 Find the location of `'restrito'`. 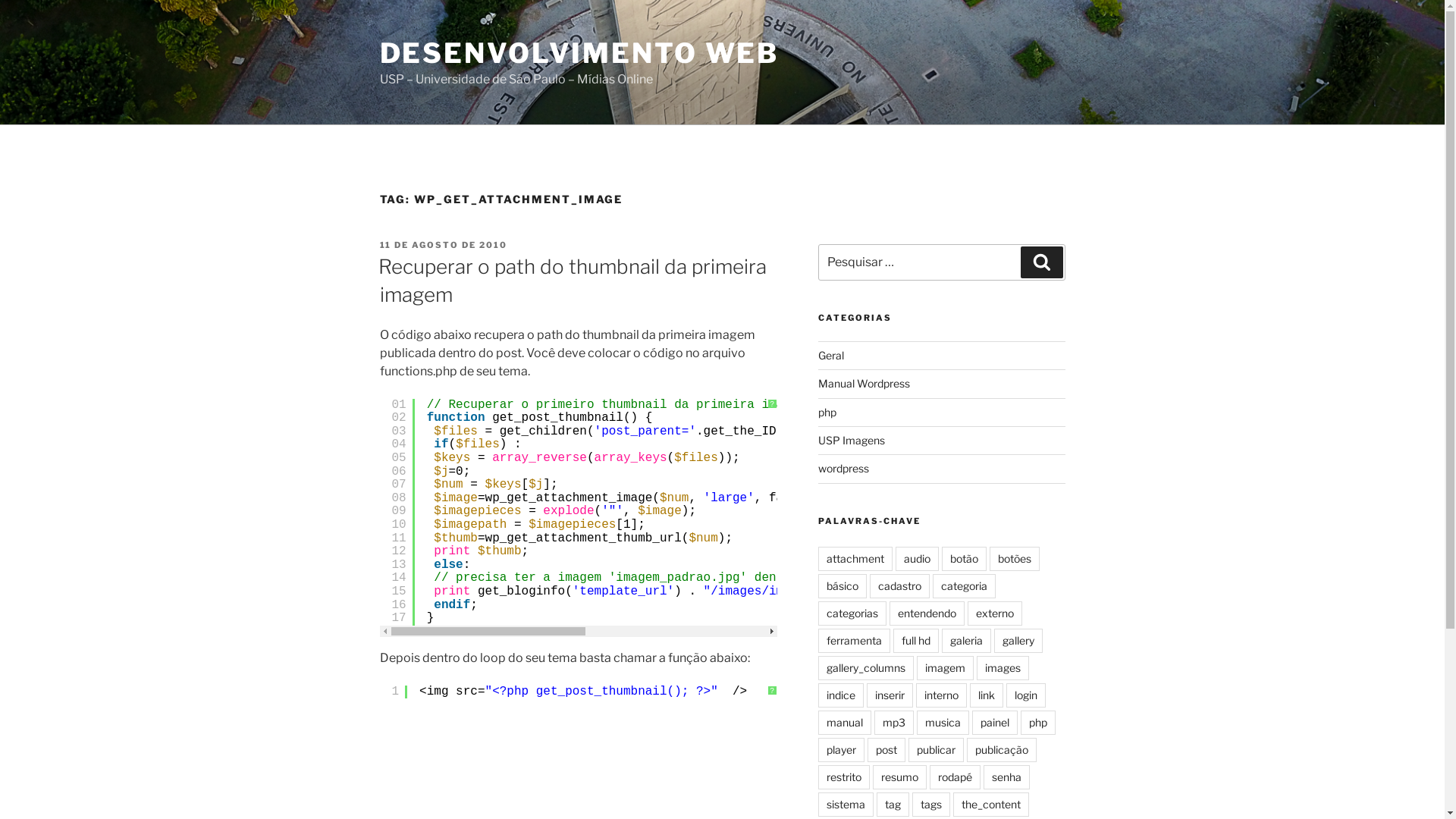

'restrito' is located at coordinates (843, 777).